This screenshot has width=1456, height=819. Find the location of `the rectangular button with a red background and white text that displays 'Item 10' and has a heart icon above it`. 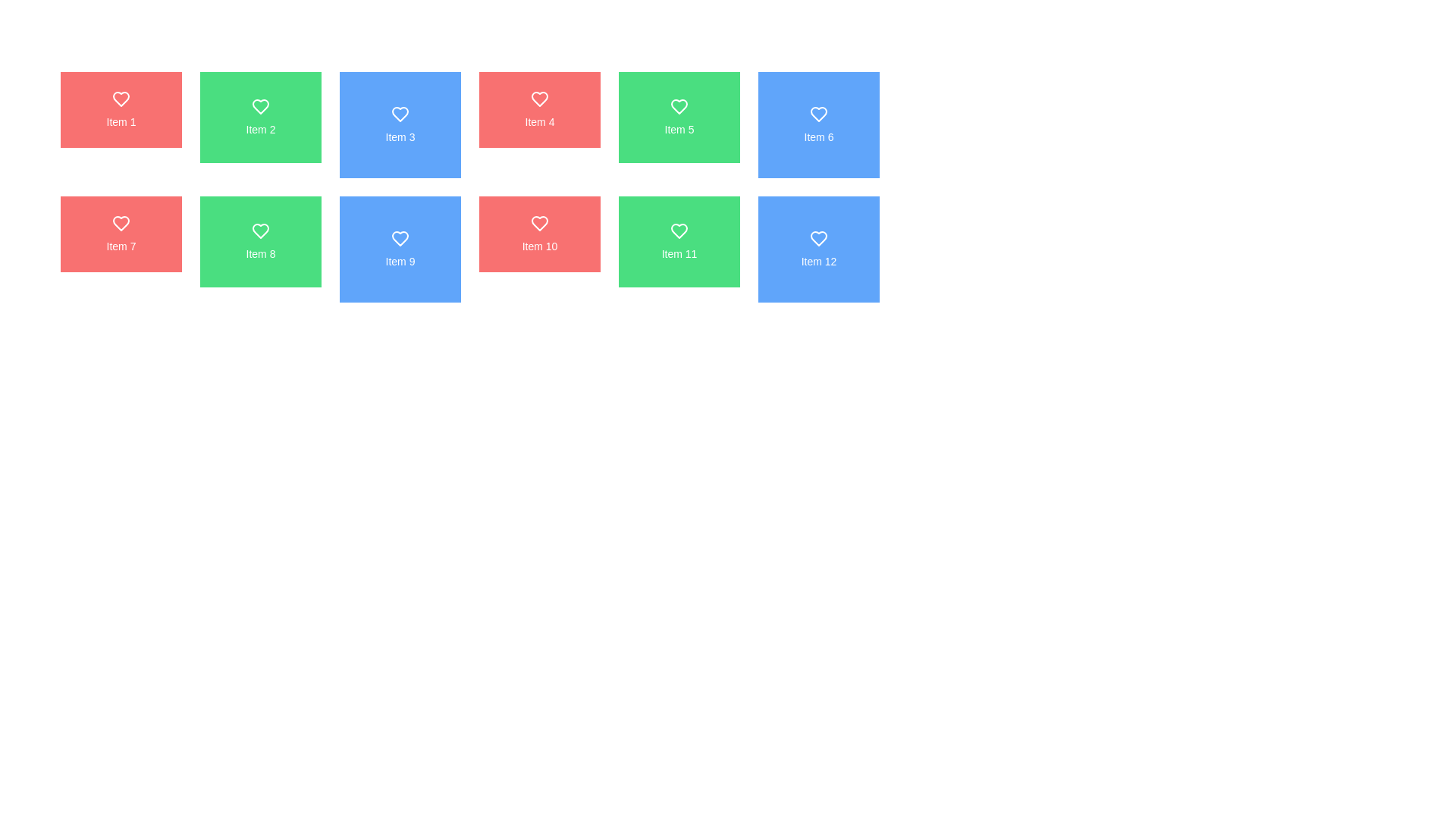

the rectangular button with a red background and white text that displays 'Item 10' and has a heart icon above it is located at coordinates (539, 234).